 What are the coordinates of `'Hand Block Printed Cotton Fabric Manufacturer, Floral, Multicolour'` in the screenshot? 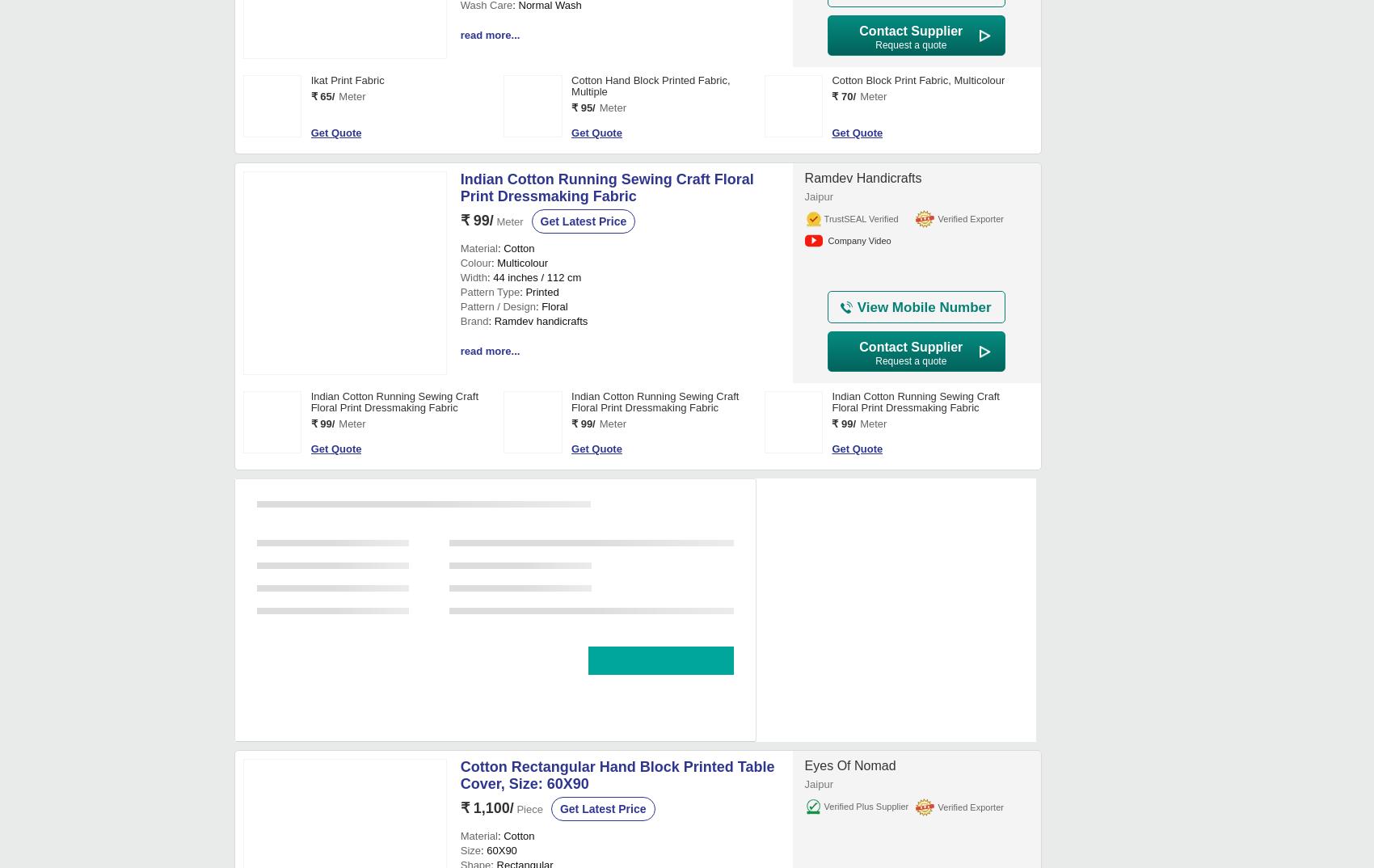 It's located at (909, 264).